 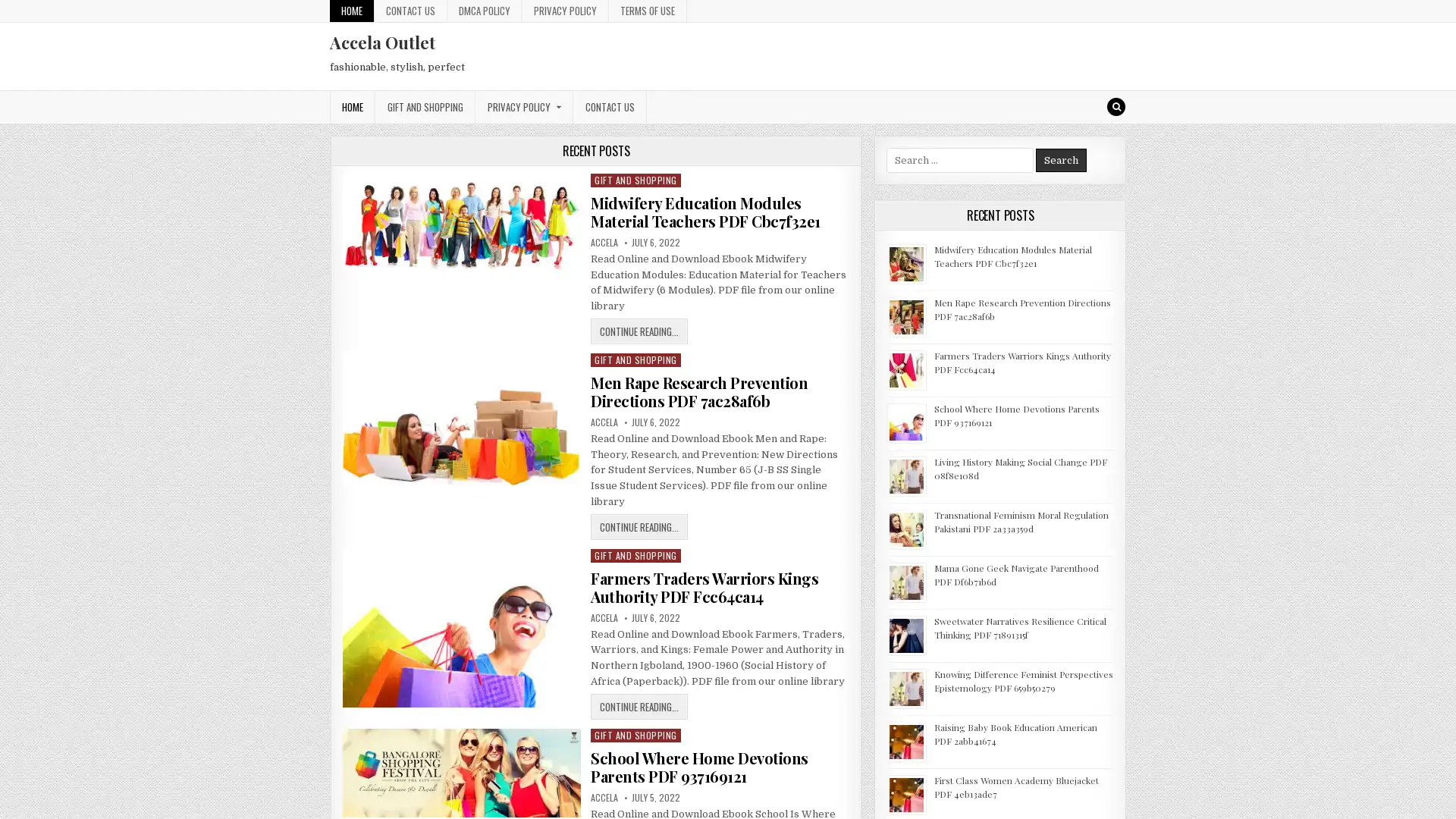 What do you see at coordinates (1060, 160) in the screenshot?
I see `Search` at bounding box center [1060, 160].